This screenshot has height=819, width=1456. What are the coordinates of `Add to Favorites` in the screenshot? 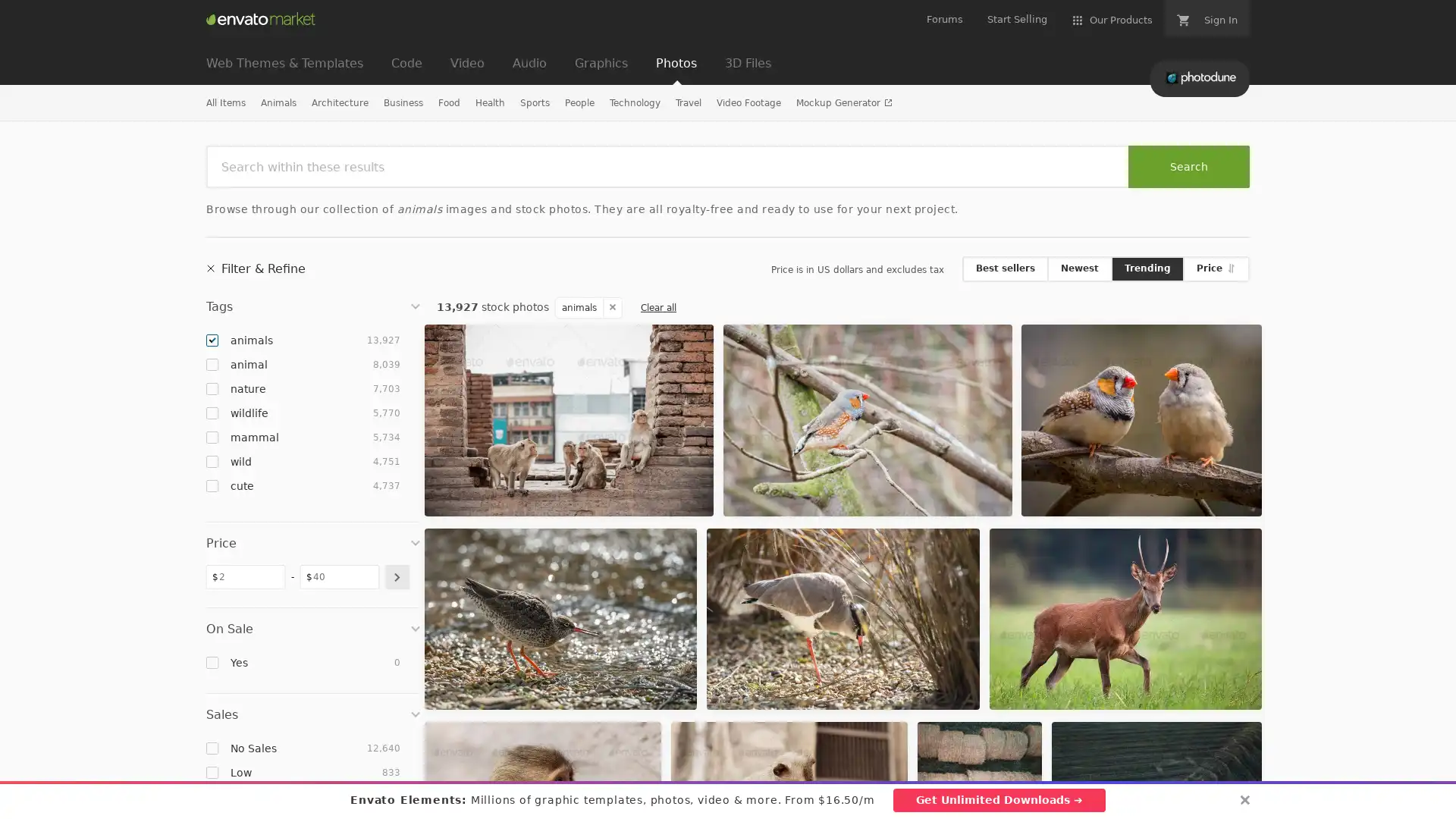 It's located at (1022, 739).